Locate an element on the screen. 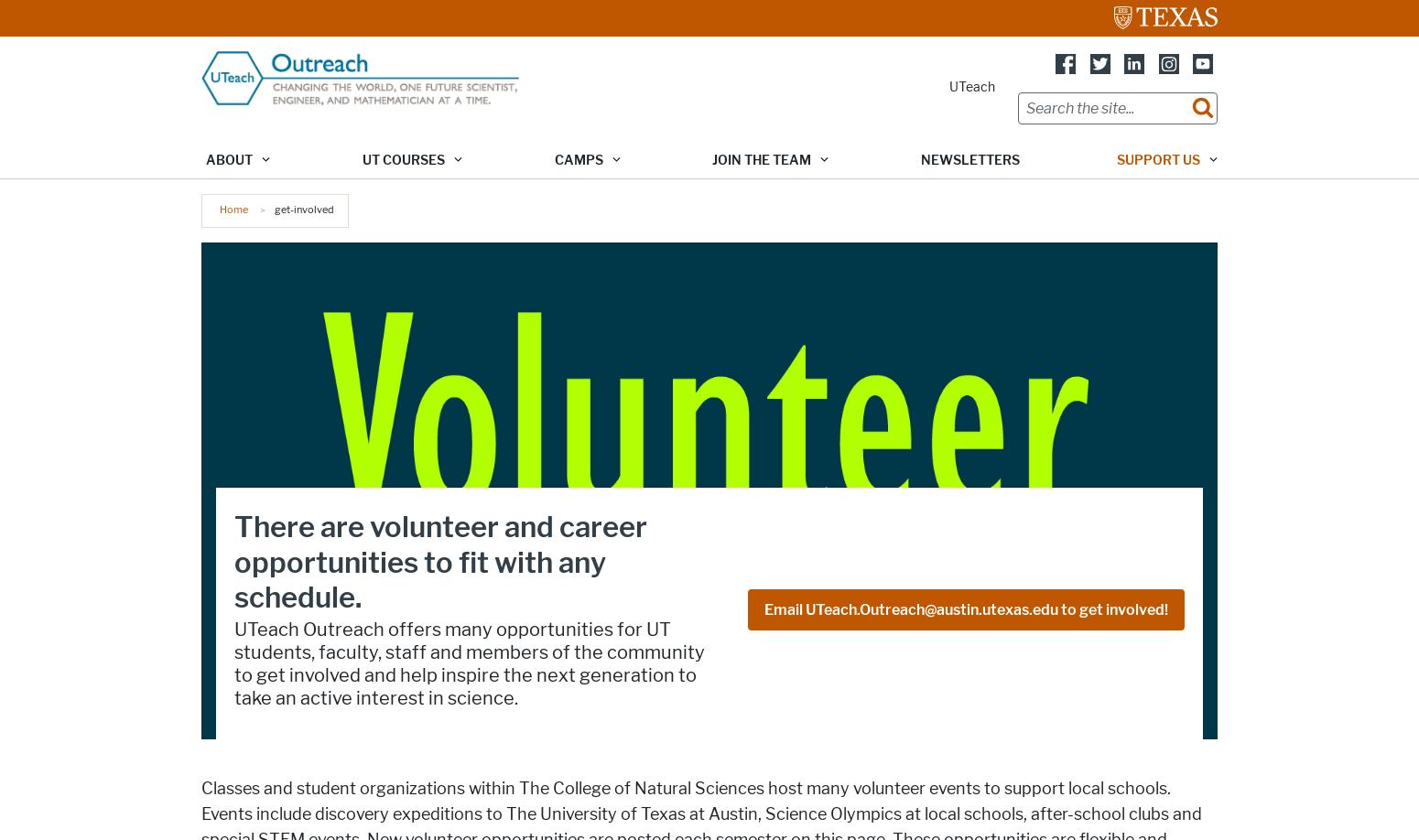 Image resolution: width=1419 pixels, height=840 pixels. 'Home' is located at coordinates (219, 209).